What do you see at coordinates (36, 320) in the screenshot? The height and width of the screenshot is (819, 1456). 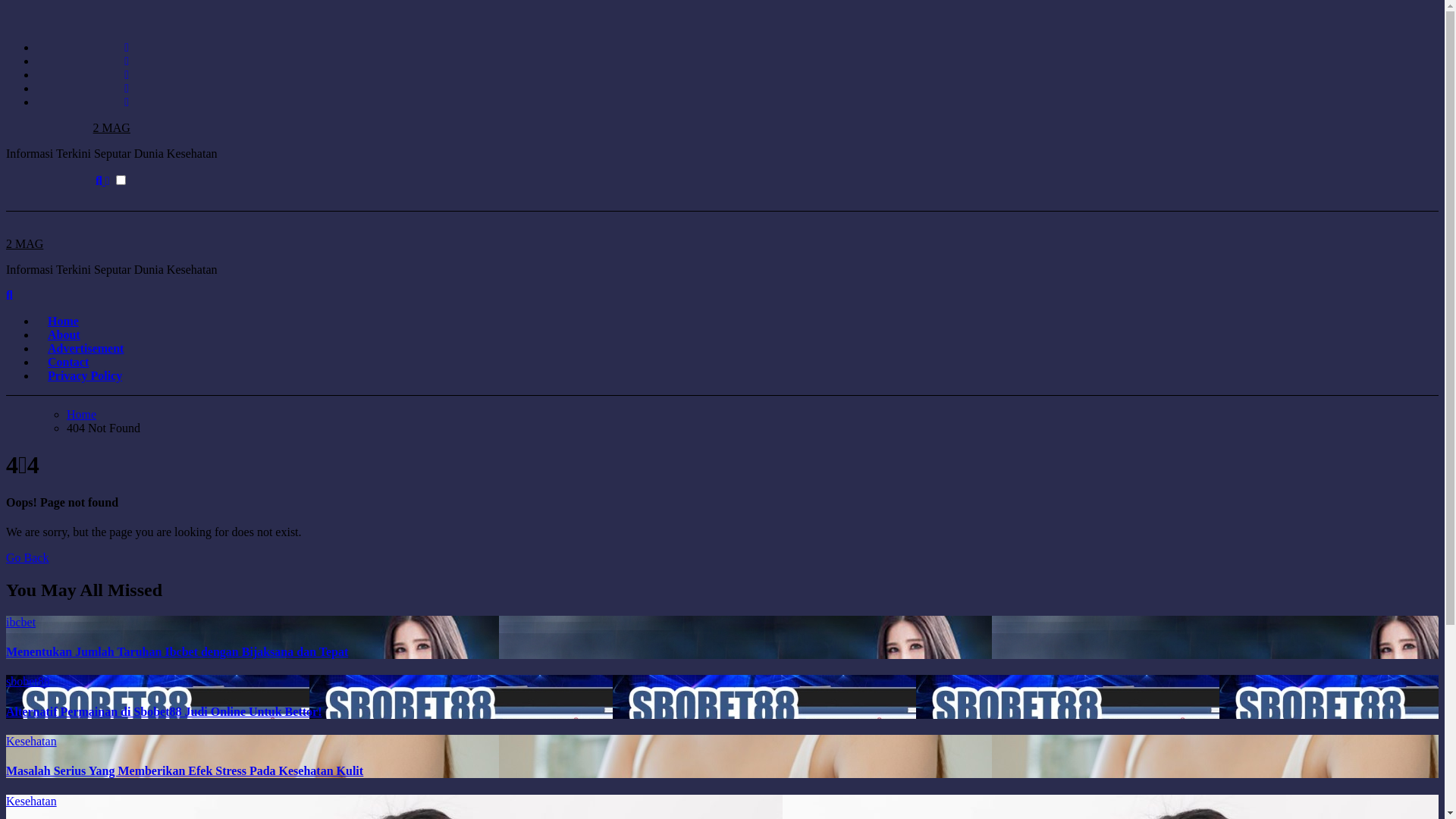 I see `'Home'` at bounding box center [36, 320].